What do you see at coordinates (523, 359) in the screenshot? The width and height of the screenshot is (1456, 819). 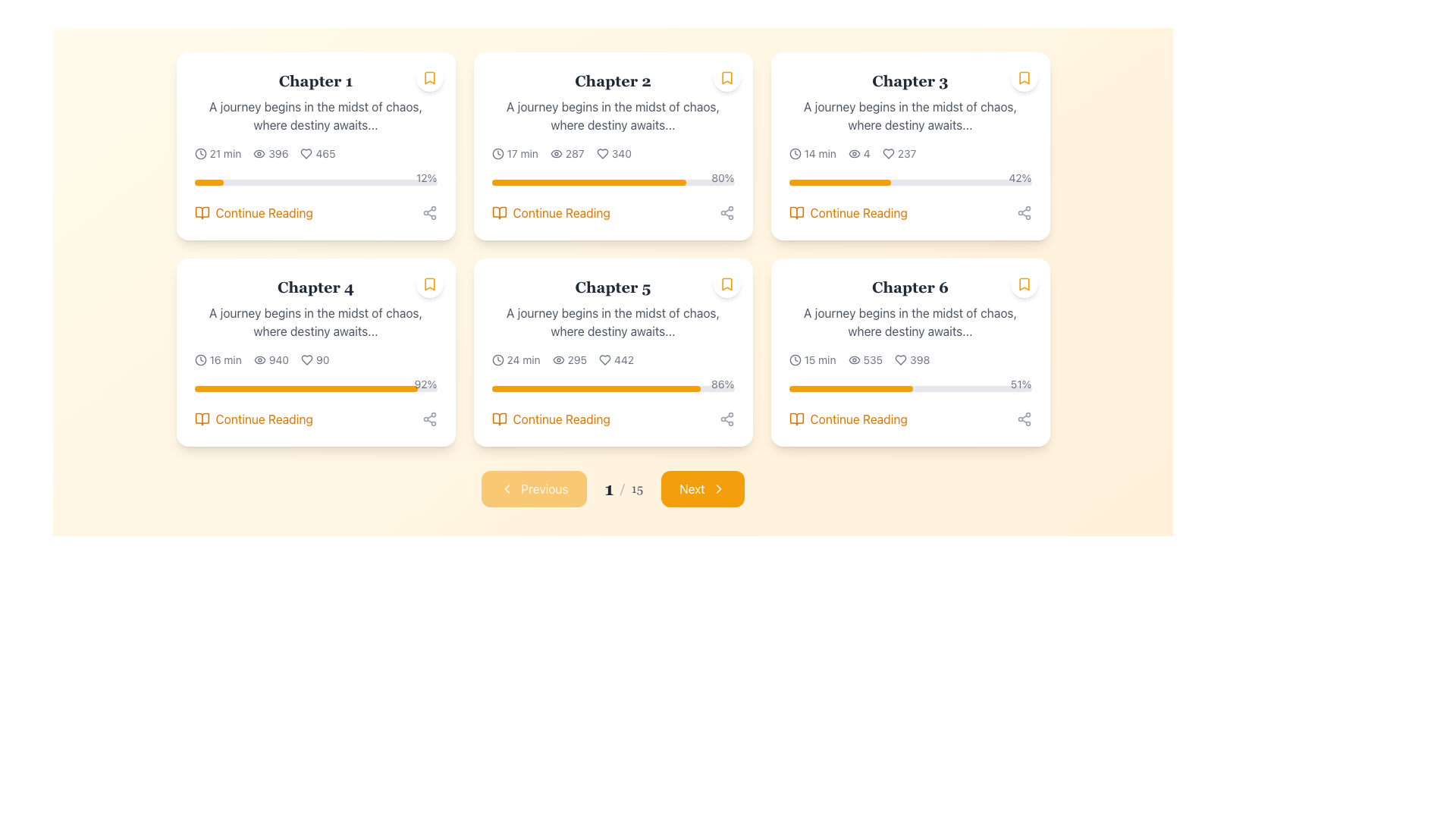 I see `the static text label displaying '24 min' located in the bottom section of the 'Chapter 5' card, adjacent to a clock icon` at bounding box center [523, 359].